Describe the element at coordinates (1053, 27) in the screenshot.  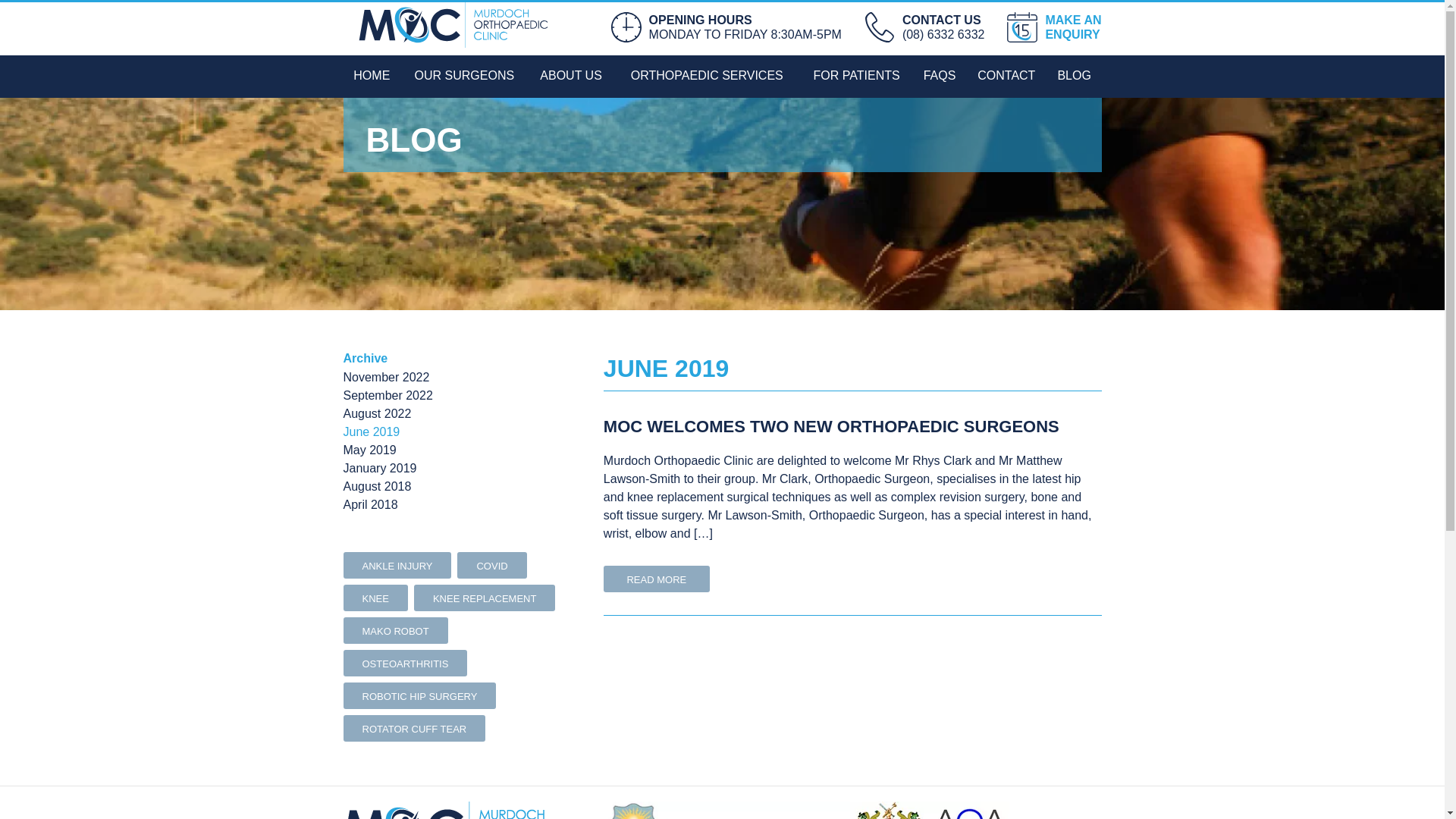
I see `'MAKE AN` at that location.